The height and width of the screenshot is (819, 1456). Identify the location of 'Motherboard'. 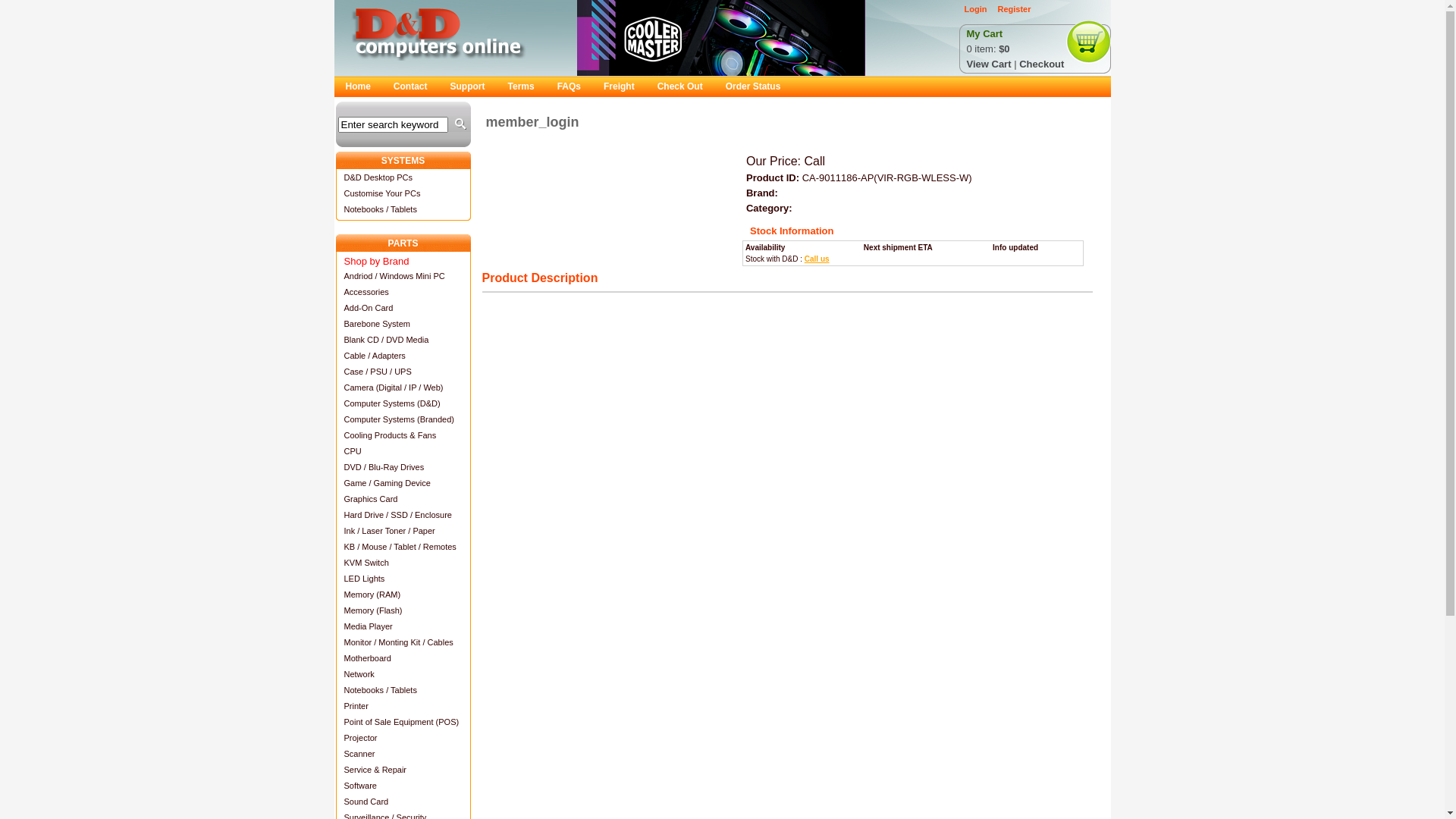
(334, 657).